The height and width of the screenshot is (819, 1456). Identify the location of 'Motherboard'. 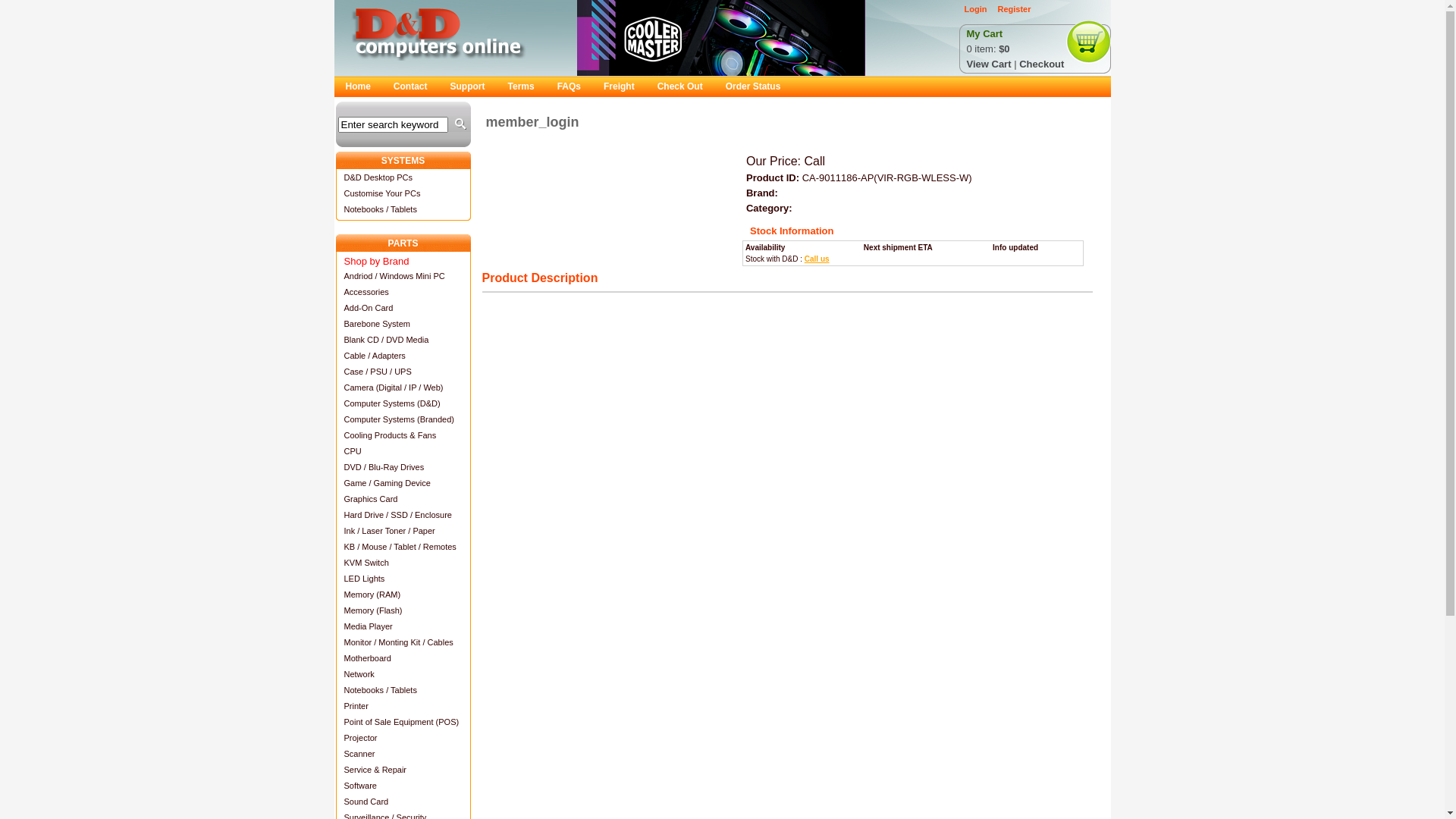
(334, 657).